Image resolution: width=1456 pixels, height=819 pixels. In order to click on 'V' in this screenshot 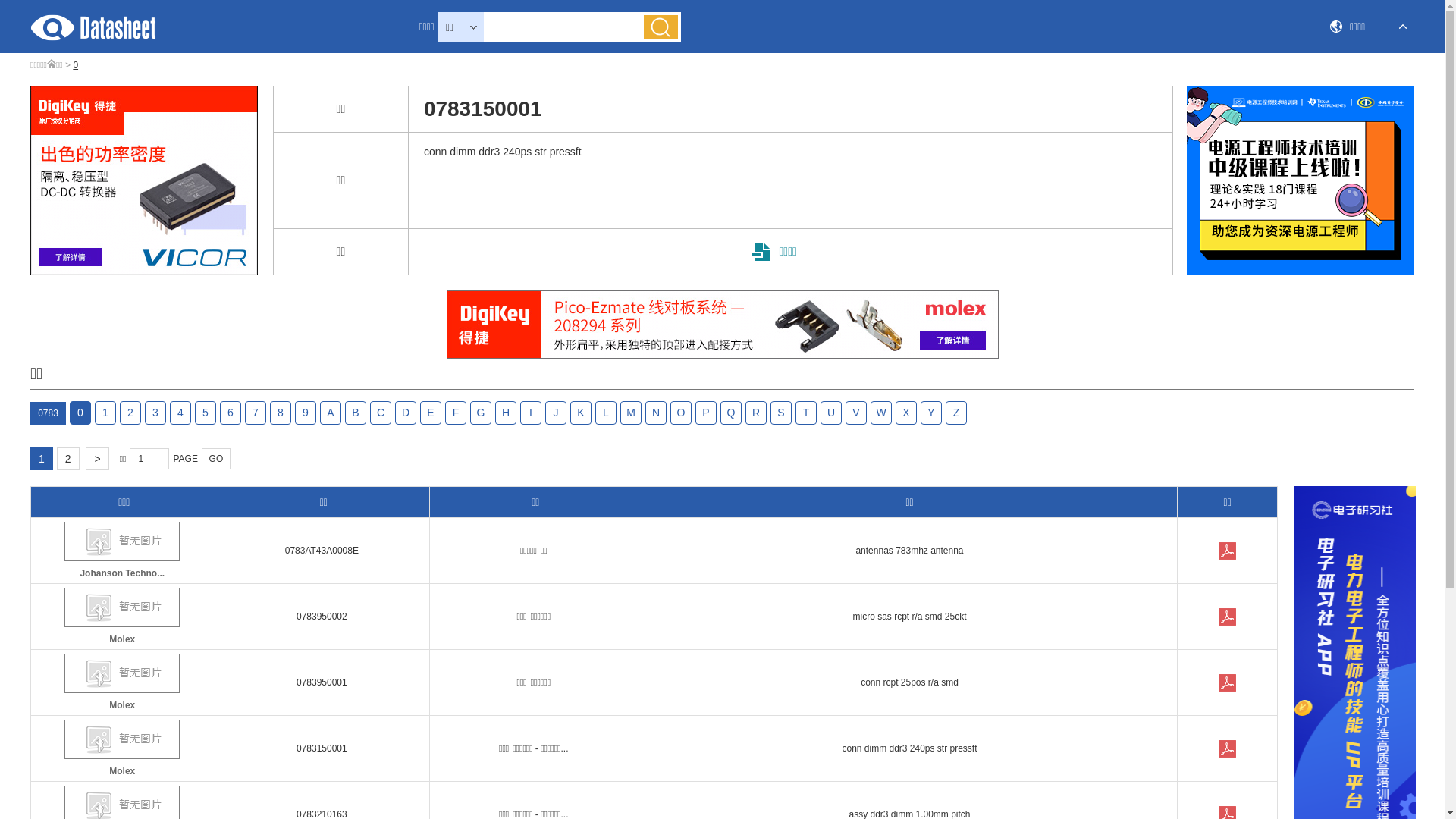, I will do `click(855, 413)`.